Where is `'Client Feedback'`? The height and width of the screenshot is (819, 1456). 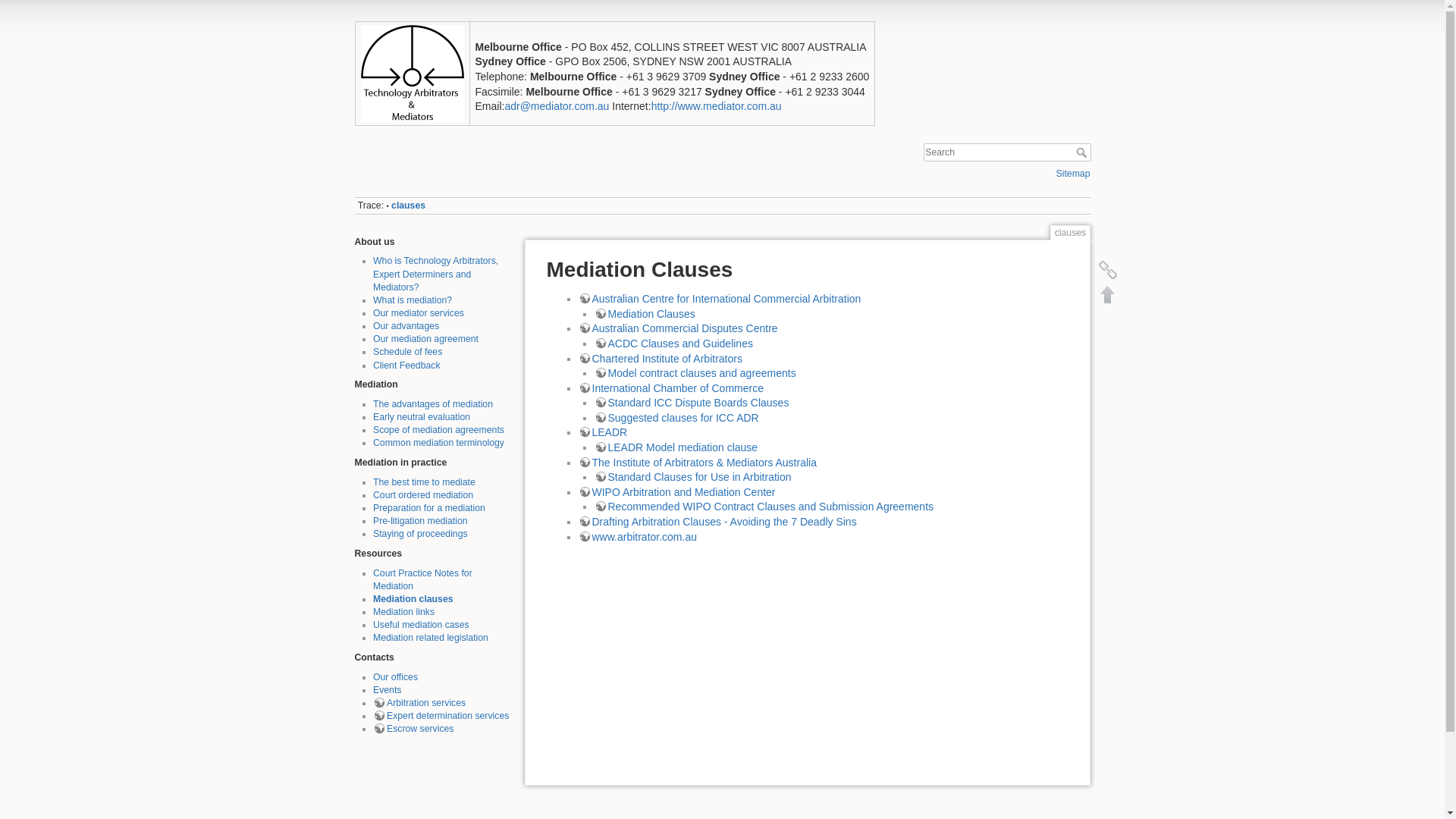 'Client Feedback' is located at coordinates (406, 366).